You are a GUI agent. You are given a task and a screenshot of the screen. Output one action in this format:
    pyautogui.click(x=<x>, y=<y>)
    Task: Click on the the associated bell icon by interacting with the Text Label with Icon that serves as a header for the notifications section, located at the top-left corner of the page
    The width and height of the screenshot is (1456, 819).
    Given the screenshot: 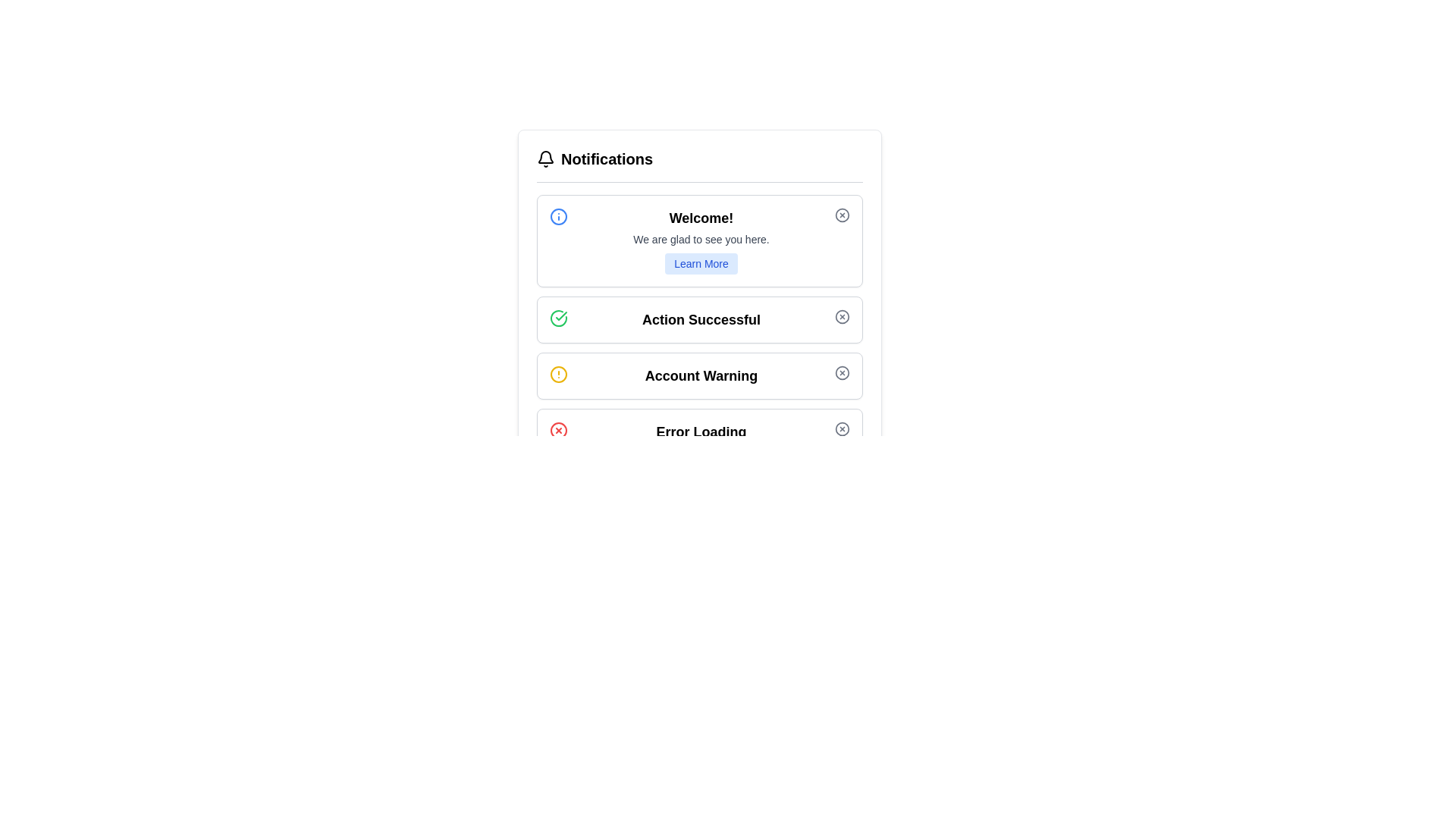 What is the action you would take?
    pyautogui.click(x=594, y=158)
    